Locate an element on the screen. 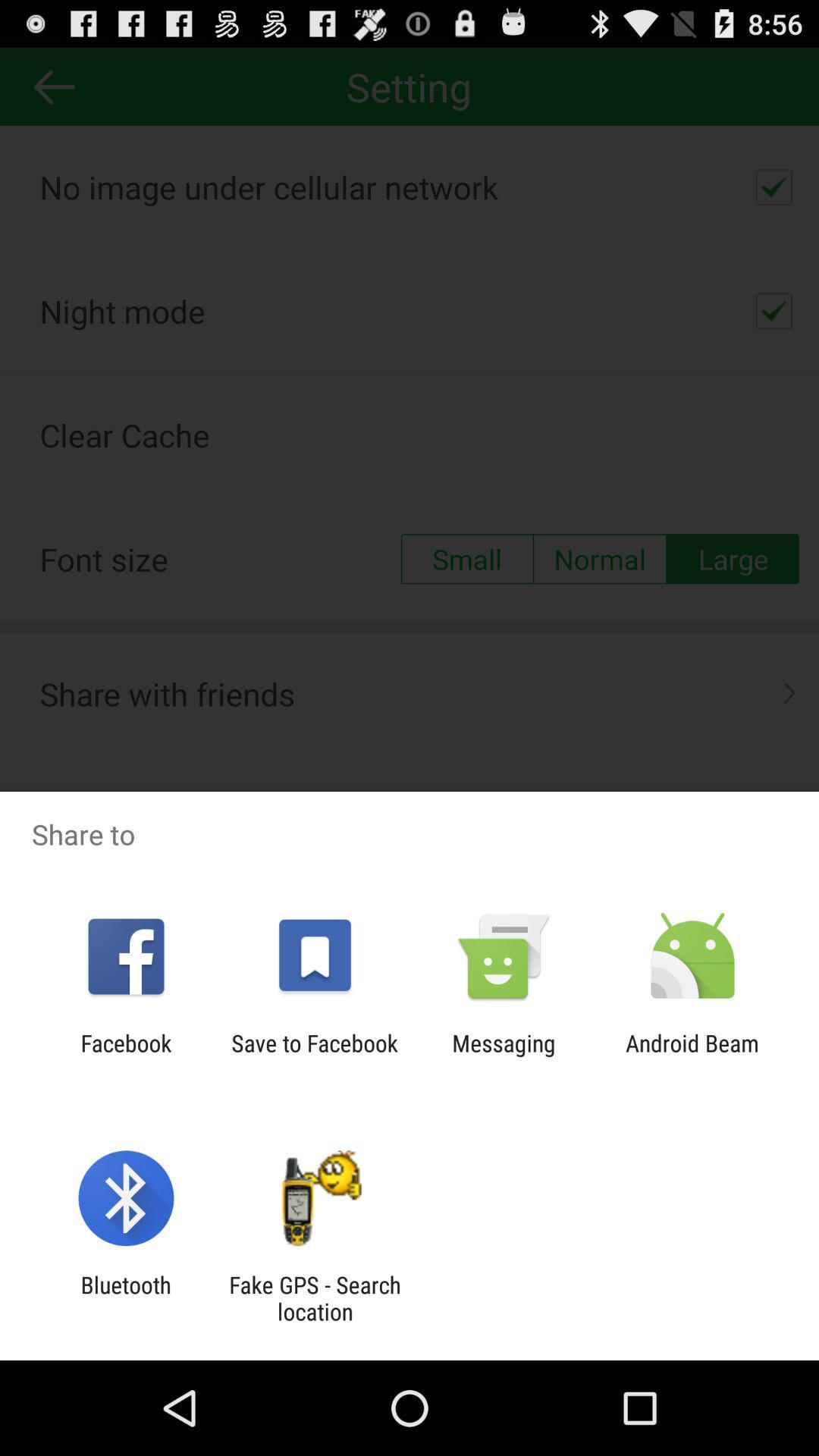 The image size is (819, 1456). the android beam app is located at coordinates (692, 1056).